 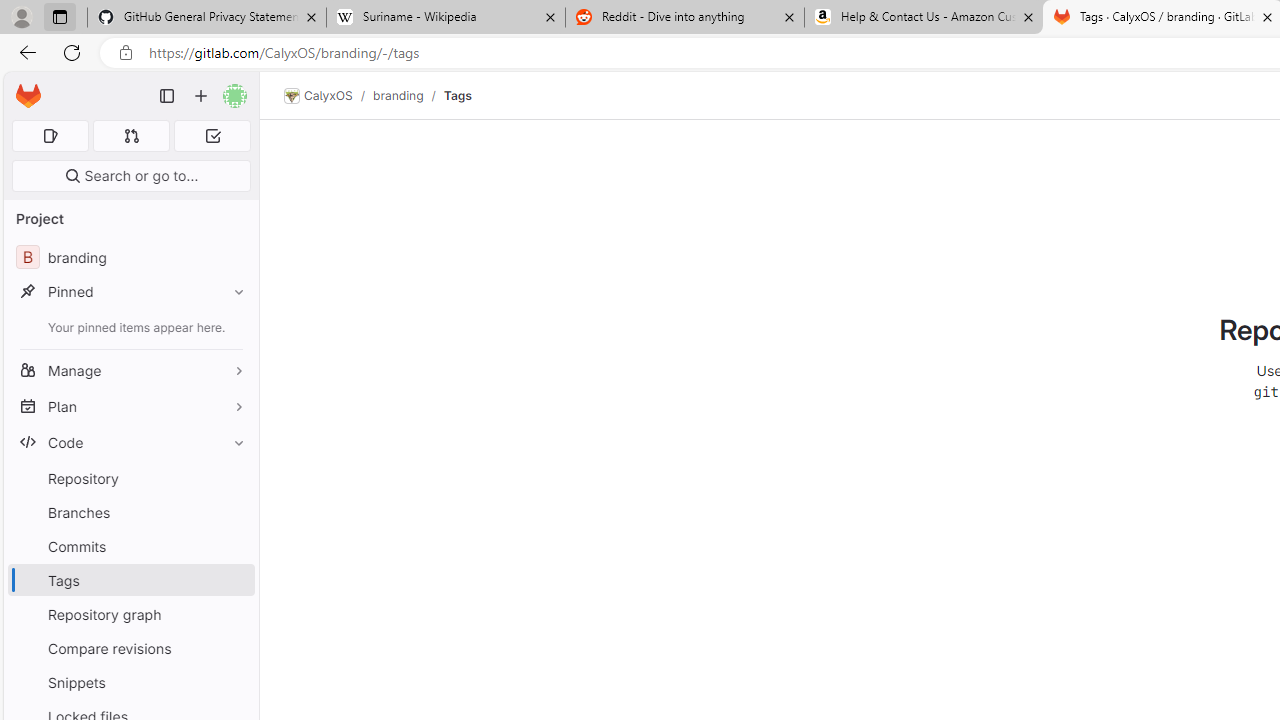 I want to click on 'Commits', so click(x=130, y=546).